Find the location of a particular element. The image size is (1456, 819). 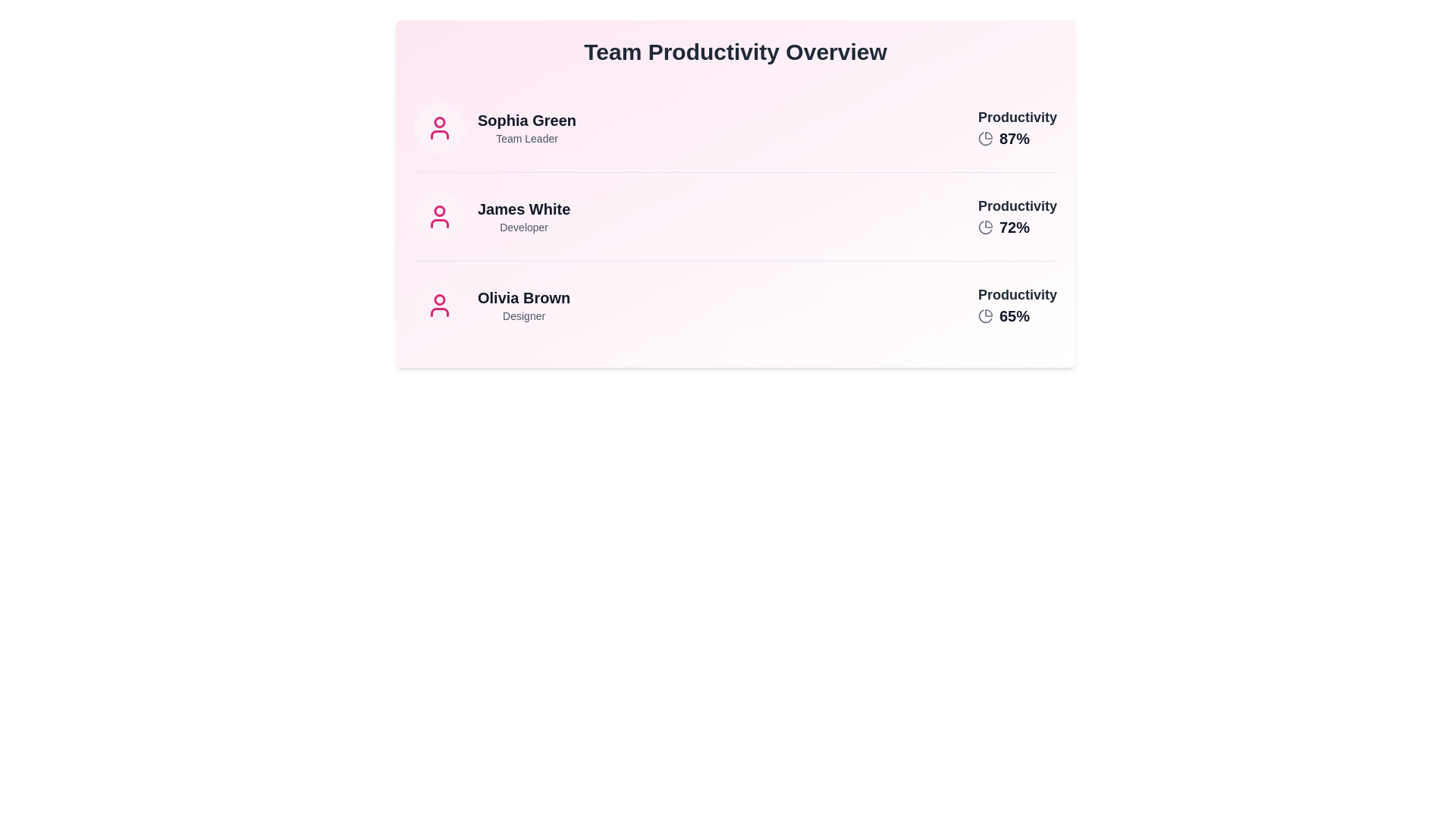

the static text label displaying the productivity percentage in the 'Team Productivity Overview' card, located to the right of the pie chart icon is located at coordinates (1015, 138).